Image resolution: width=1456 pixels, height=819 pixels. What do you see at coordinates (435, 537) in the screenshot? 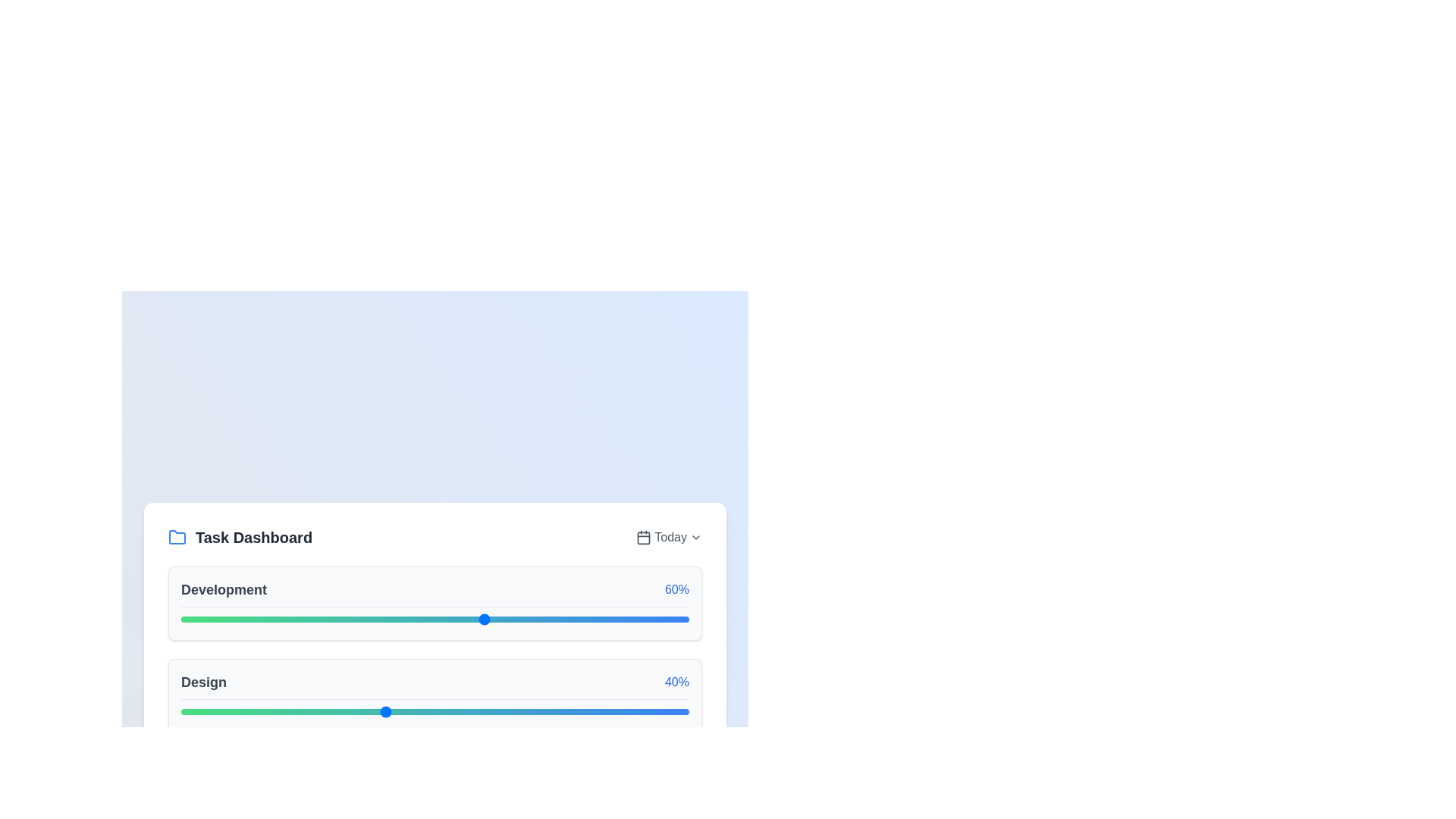
I see `the displayed text in the Header which consists of 'Task Dashboard' on the left and 'Today' on the right, located at the top of the card above the 'Development' and 'Design' sections` at bounding box center [435, 537].